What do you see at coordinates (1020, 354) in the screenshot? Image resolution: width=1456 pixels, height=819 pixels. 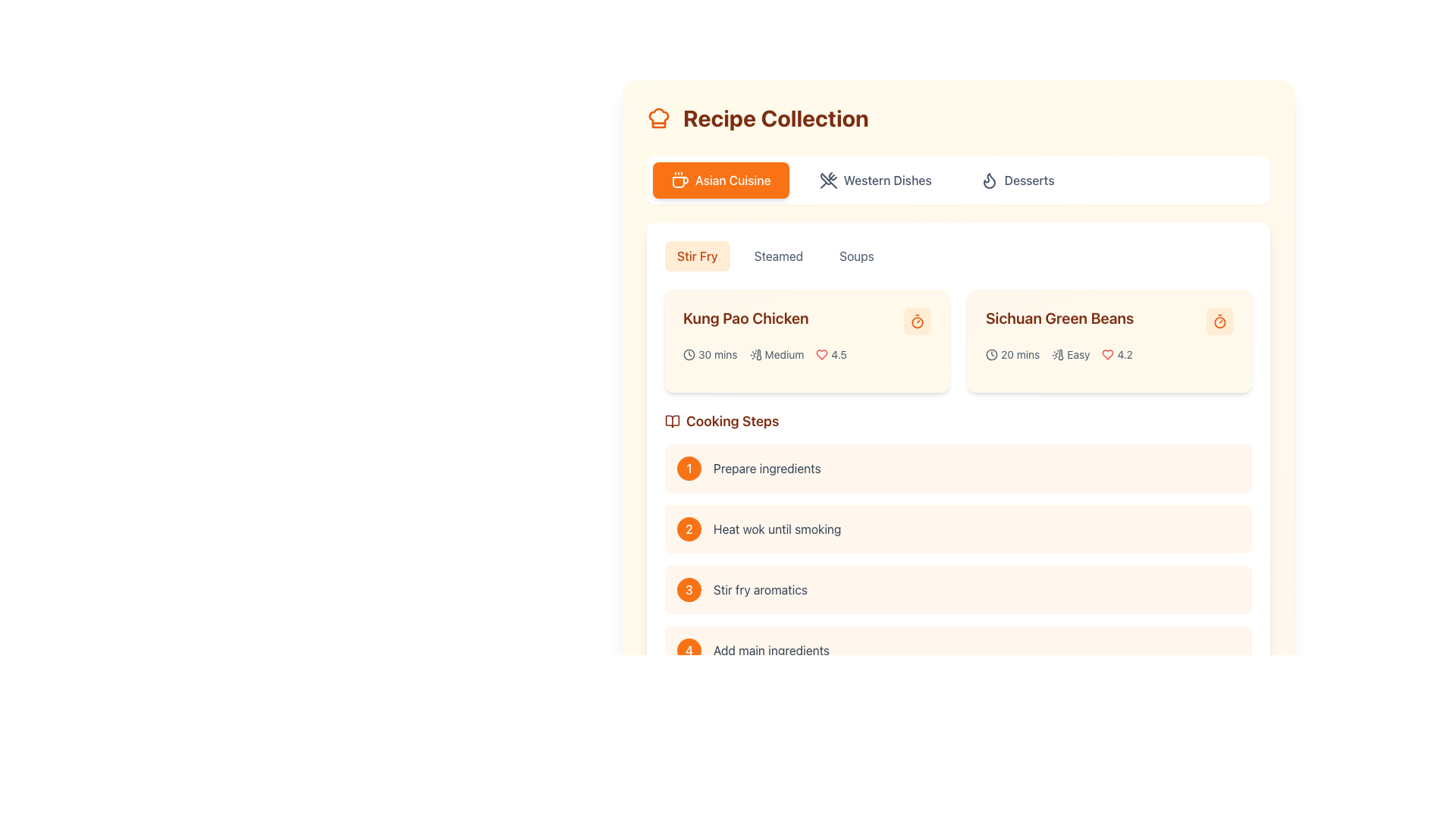 I see `the static text label that indicates the preparation or cooking time for the 'Sichuan Green Beans' recipe, located to the right of the clock icon in the upper part of the card` at bounding box center [1020, 354].